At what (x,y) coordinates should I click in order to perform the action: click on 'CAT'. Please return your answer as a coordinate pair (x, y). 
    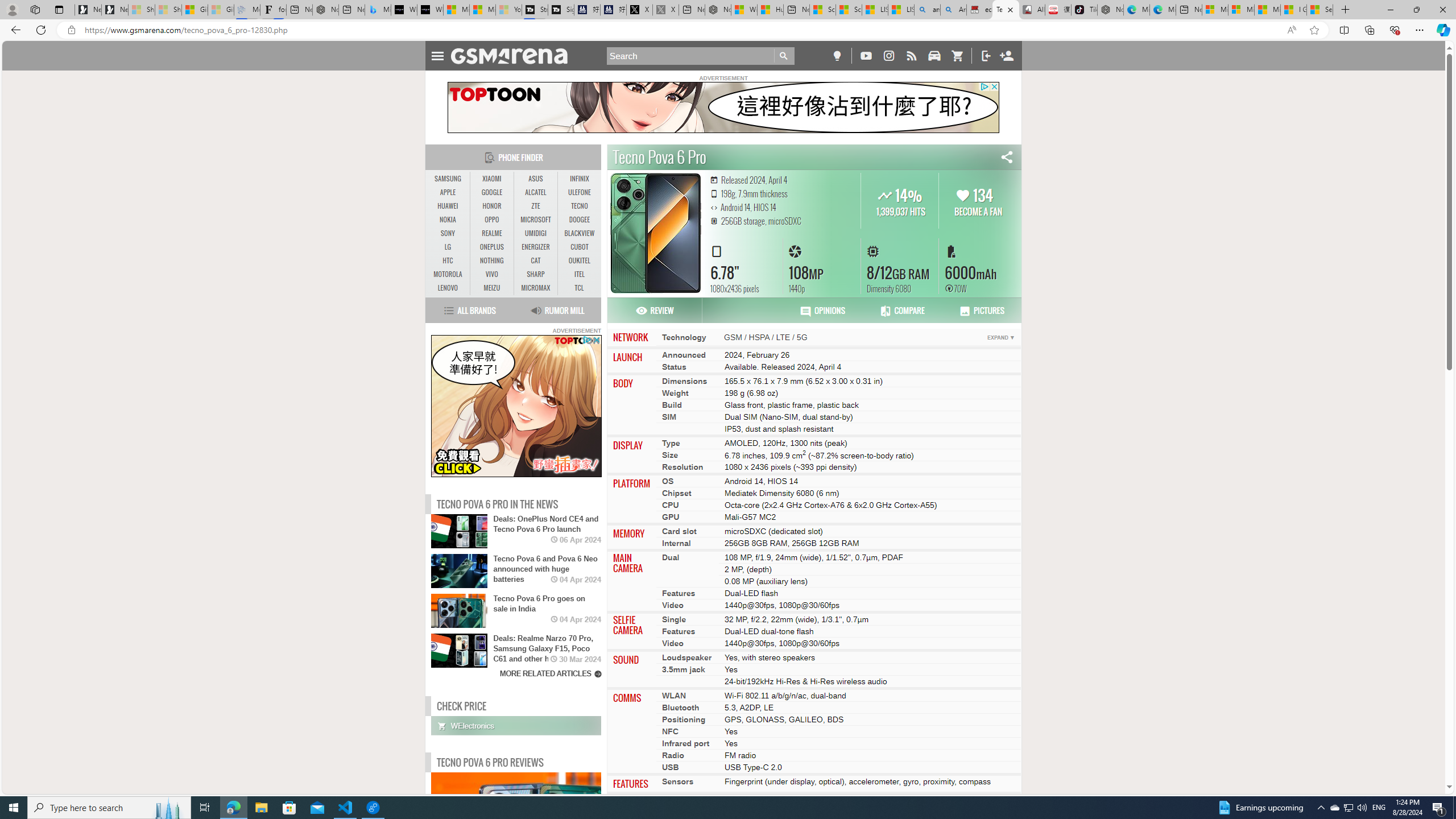
    Looking at the image, I should click on (535, 260).